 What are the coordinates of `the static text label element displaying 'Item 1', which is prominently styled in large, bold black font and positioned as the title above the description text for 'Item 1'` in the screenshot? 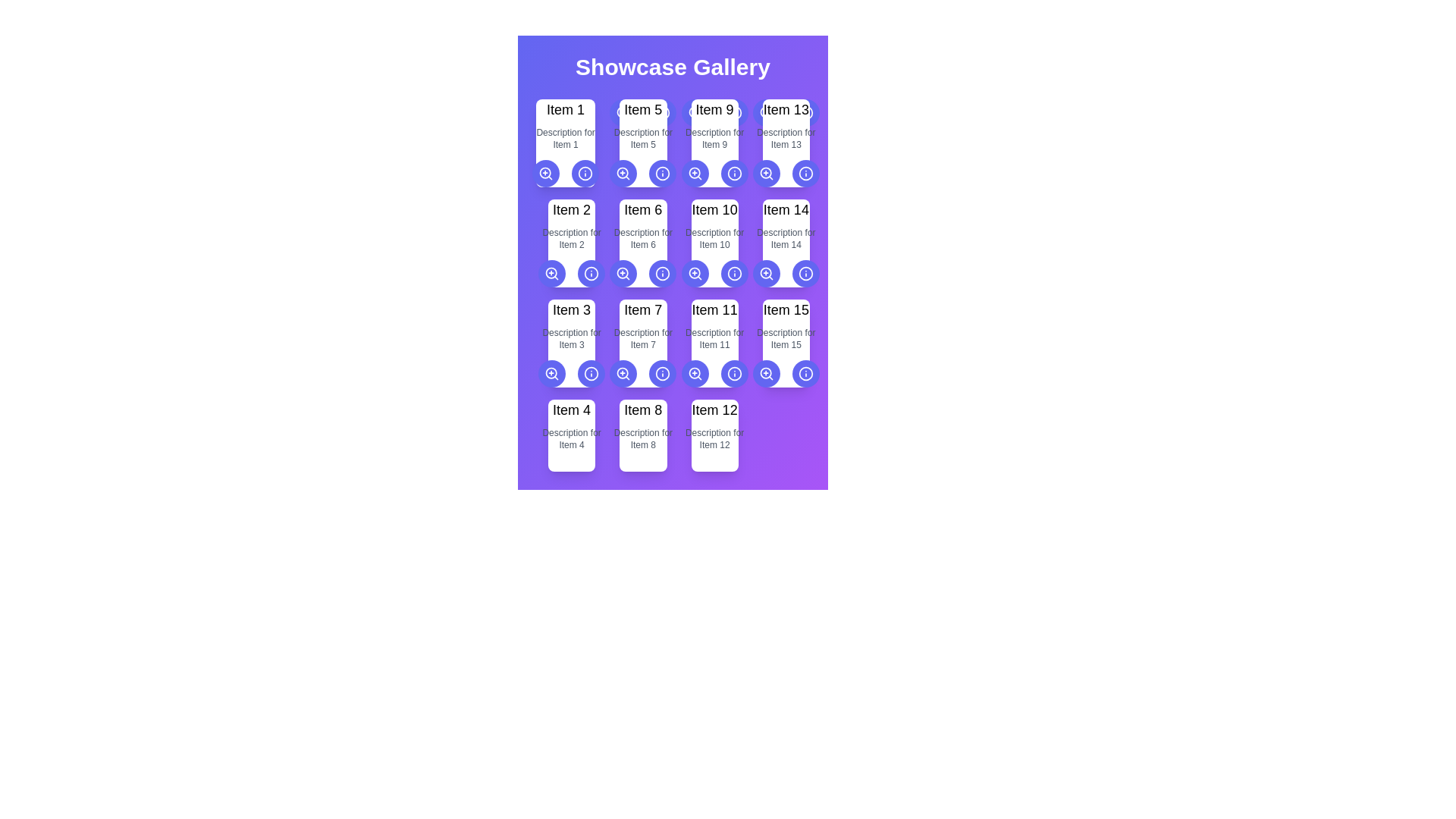 It's located at (565, 109).